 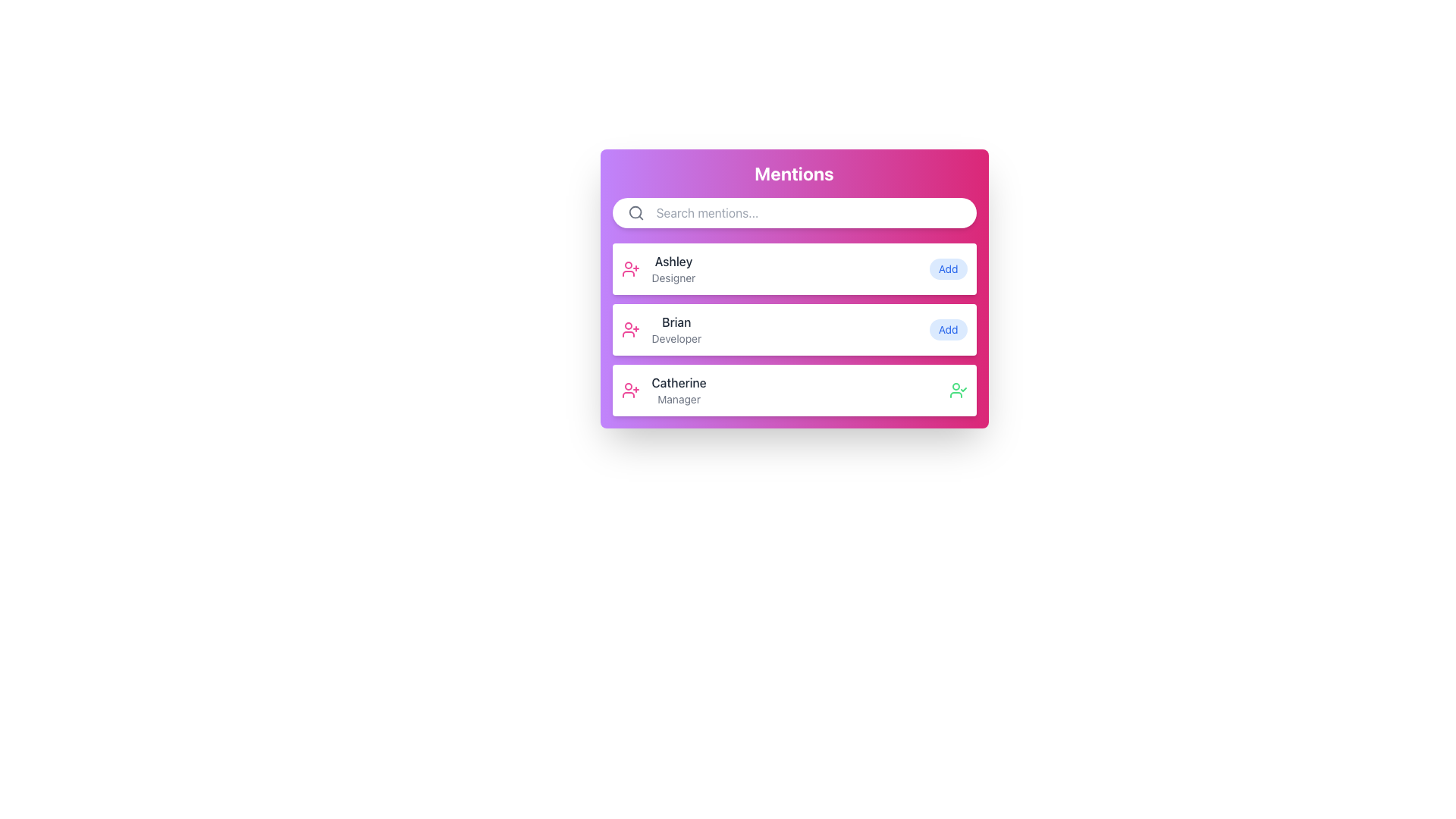 I want to click on text label indicating the user's job as 'Designer', located underneath the name 'Ashley' within the mentions modal, so click(x=673, y=278).